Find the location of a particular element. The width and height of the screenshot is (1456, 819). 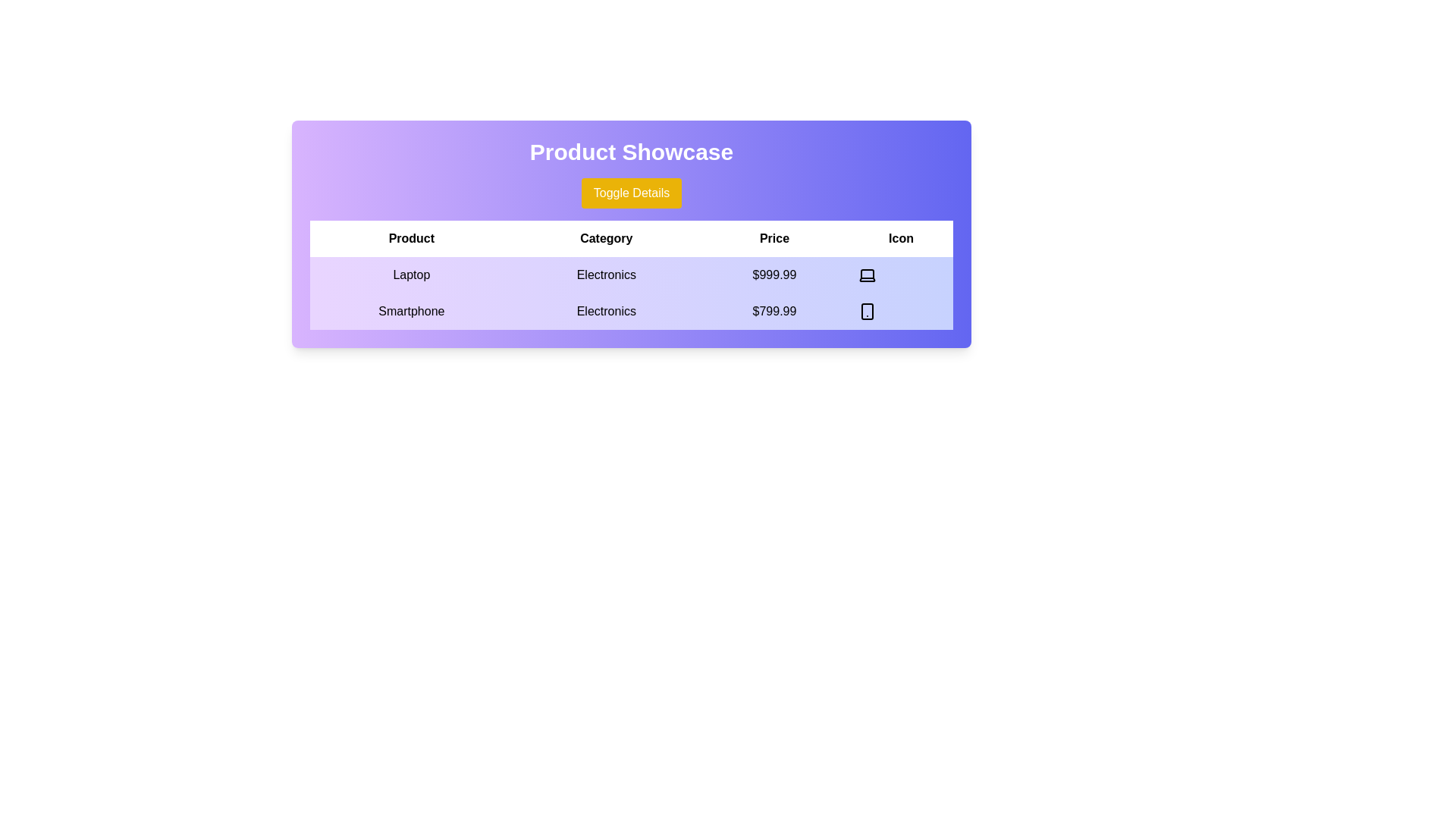

the header label for the product information column, which is the first text label in a row of four within a white header bar at the top of the interface is located at coordinates (411, 239).